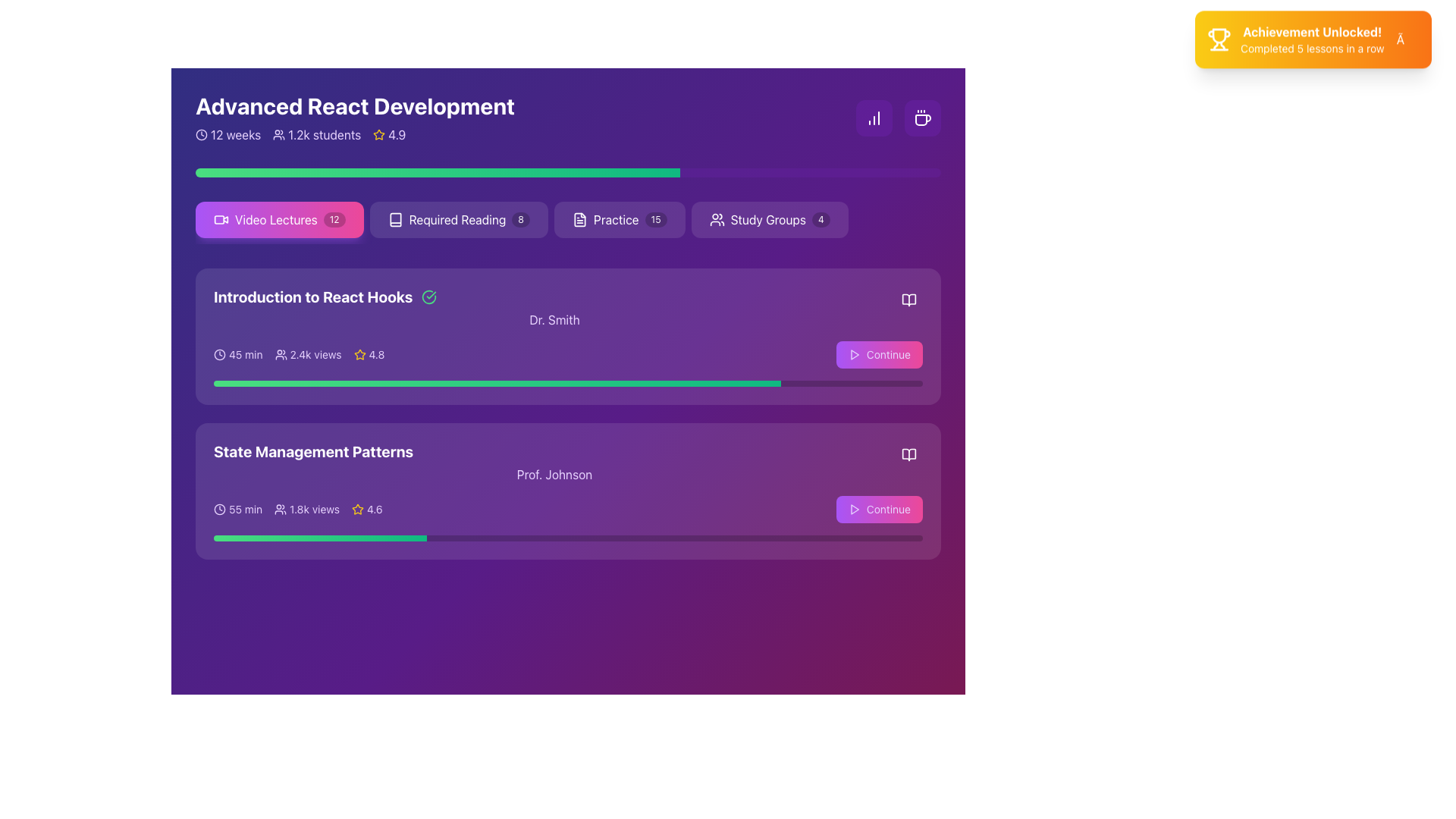 The width and height of the screenshot is (1456, 819). Describe the element at coordinates (354, 117) in the screenshot. I see `the course section header text block located at the top-left area of the interface, immediately below the purple header bar` at that location.